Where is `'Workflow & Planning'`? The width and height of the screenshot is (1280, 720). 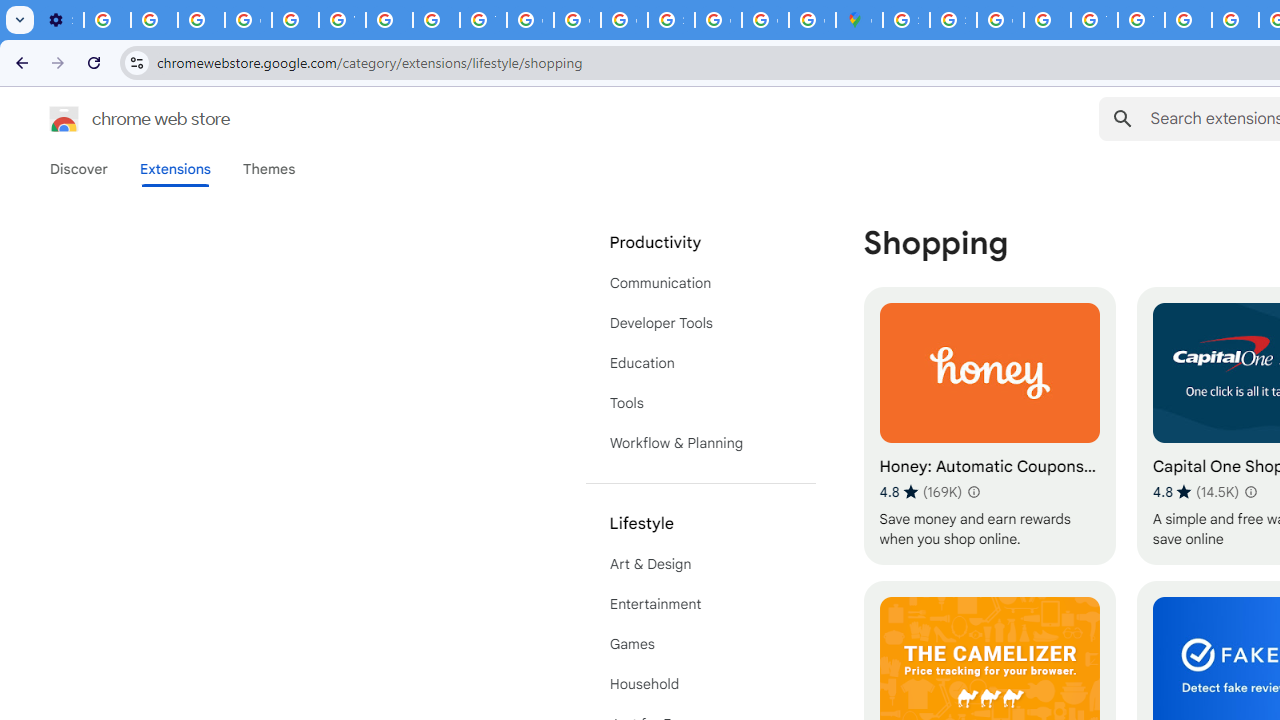
'Workflow & Planning' is located at coordinates (700, 442).